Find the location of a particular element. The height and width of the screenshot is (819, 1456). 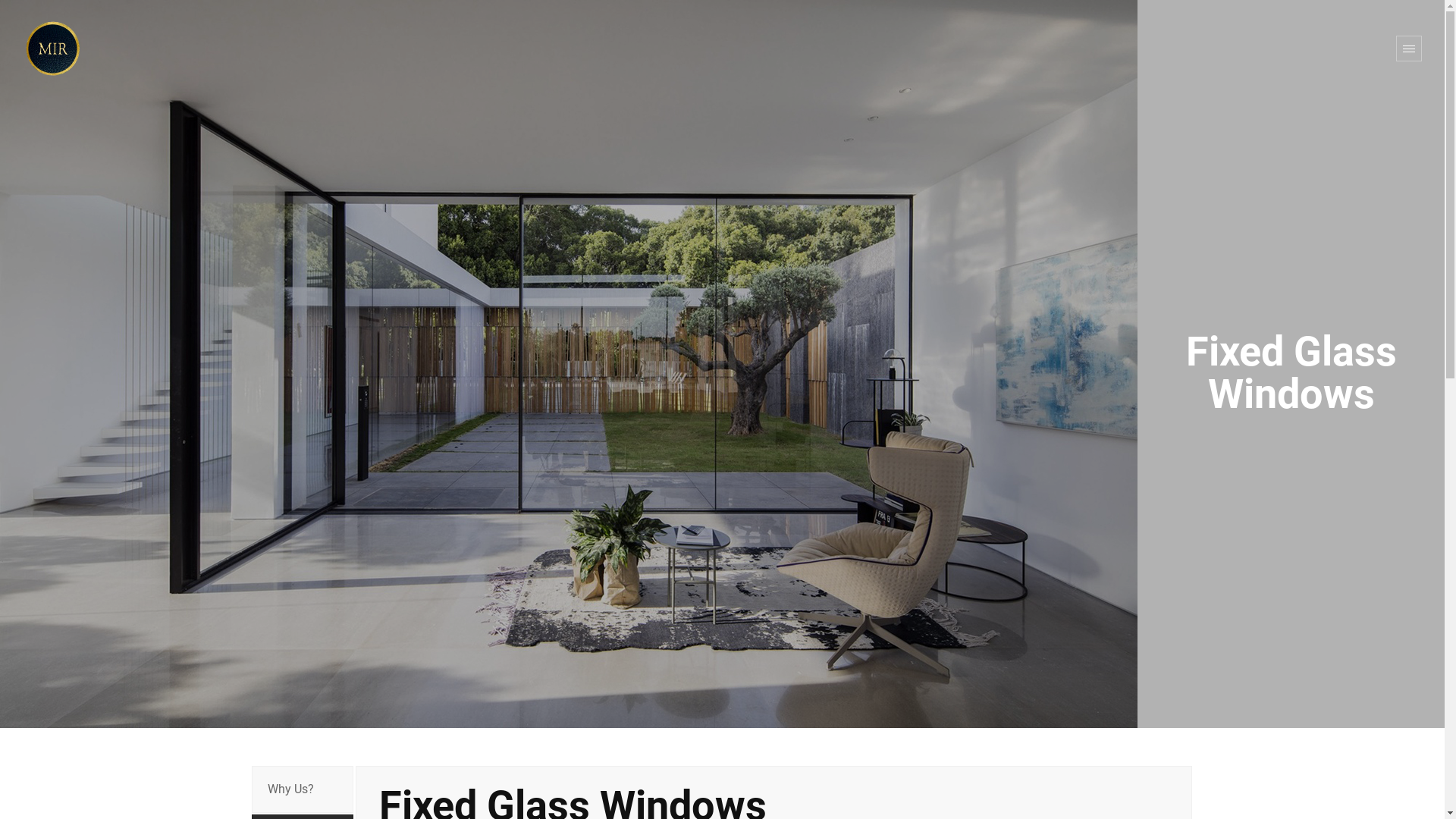

'Why Us?' is located at coordinates (302, 789).